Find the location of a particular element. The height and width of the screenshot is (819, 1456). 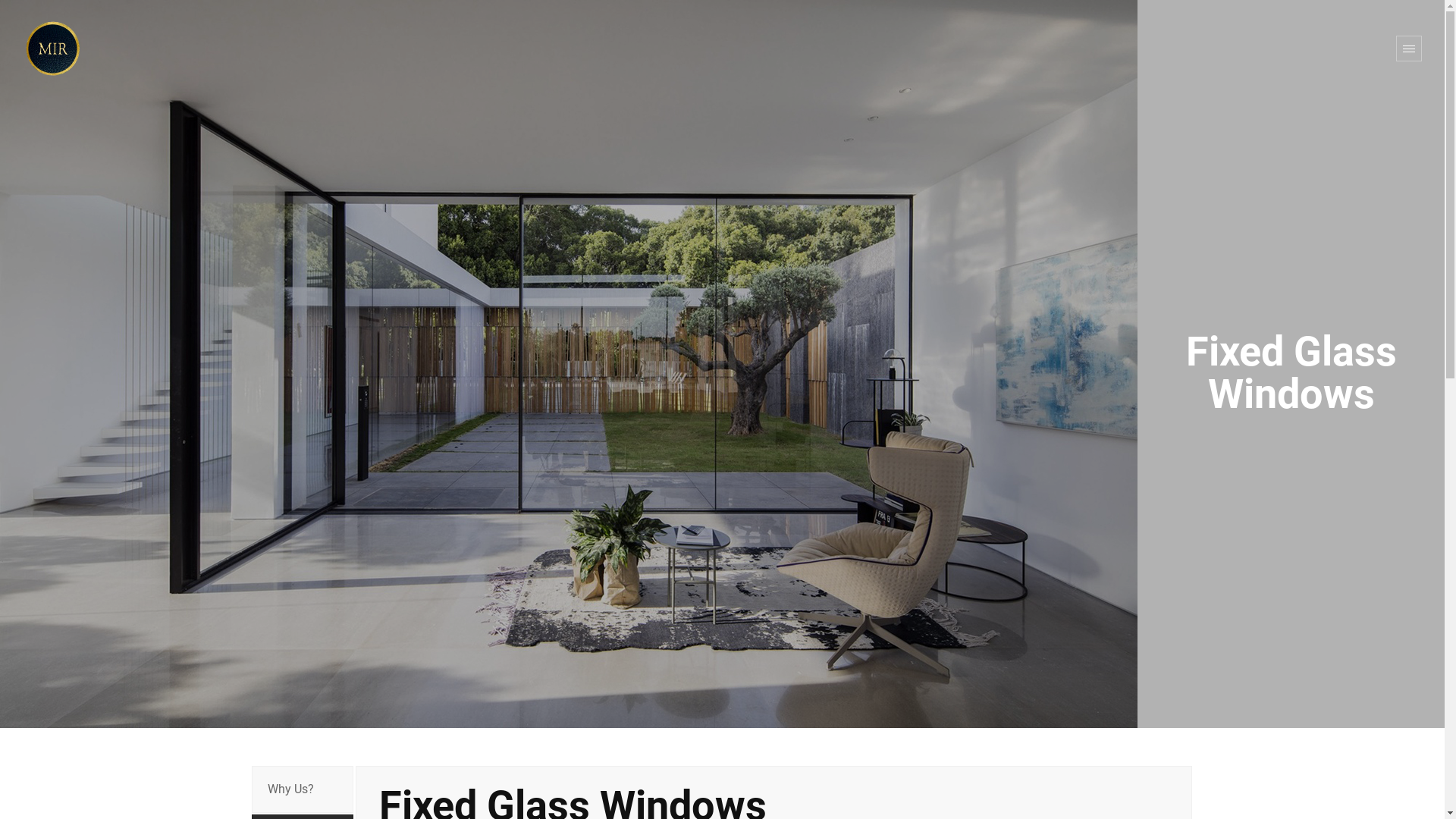

'Why Us?' is located at coordinates (302, 789).